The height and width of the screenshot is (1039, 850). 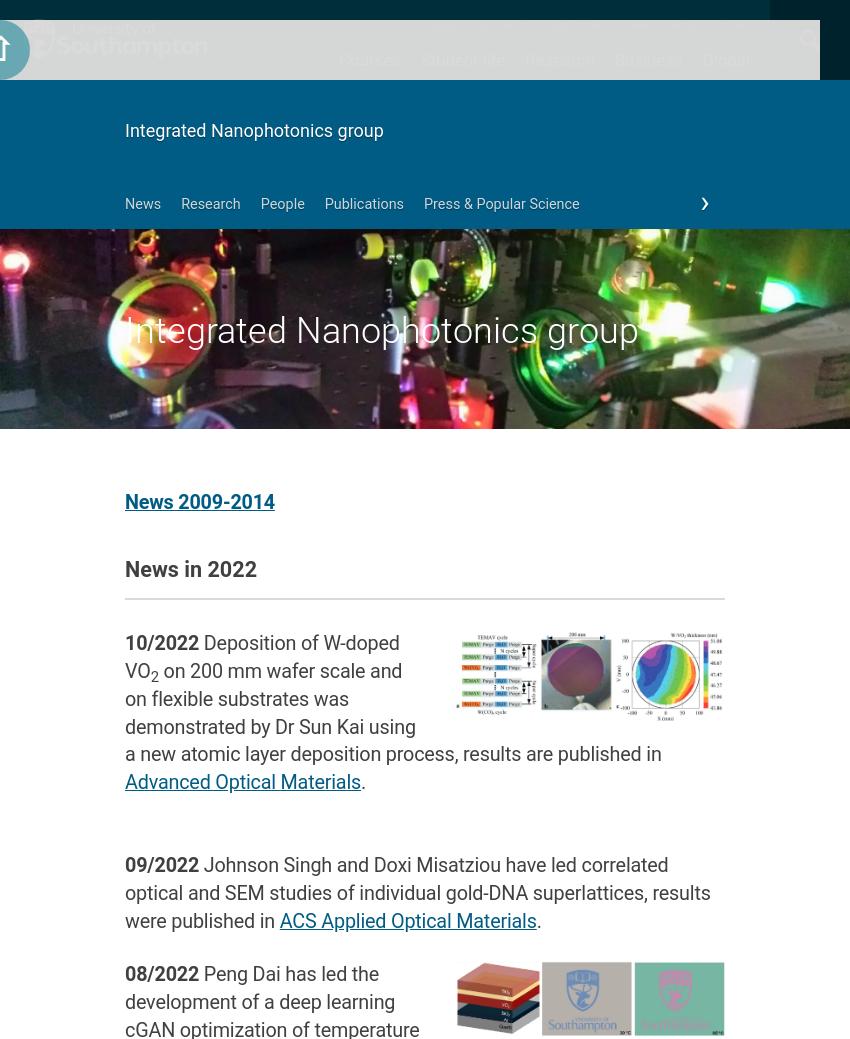 I want to click on 'Research', so click(x=559, y=58).